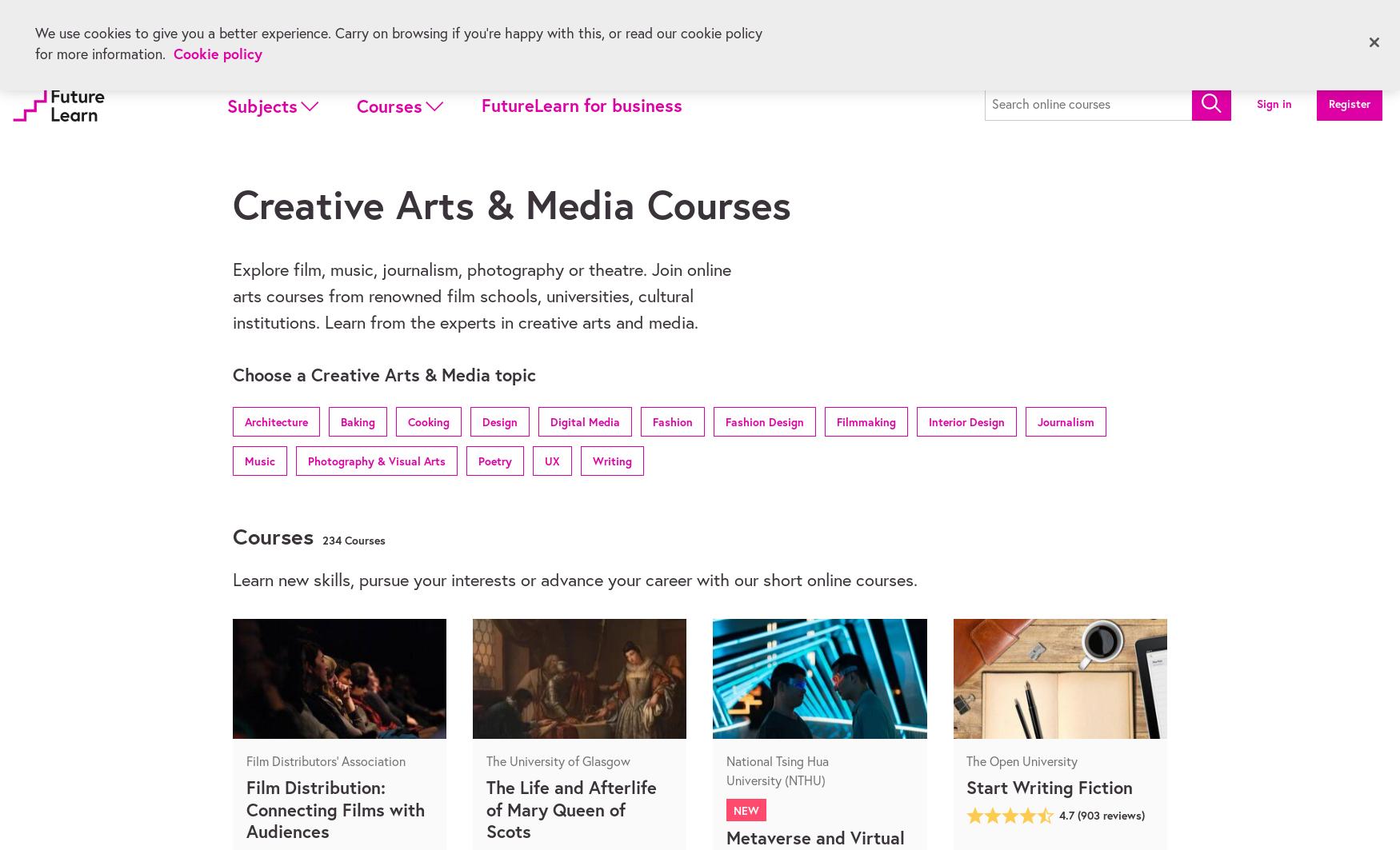 This screenshot has height=850, width=1400. I want to click on '(', so click(1076, 814).